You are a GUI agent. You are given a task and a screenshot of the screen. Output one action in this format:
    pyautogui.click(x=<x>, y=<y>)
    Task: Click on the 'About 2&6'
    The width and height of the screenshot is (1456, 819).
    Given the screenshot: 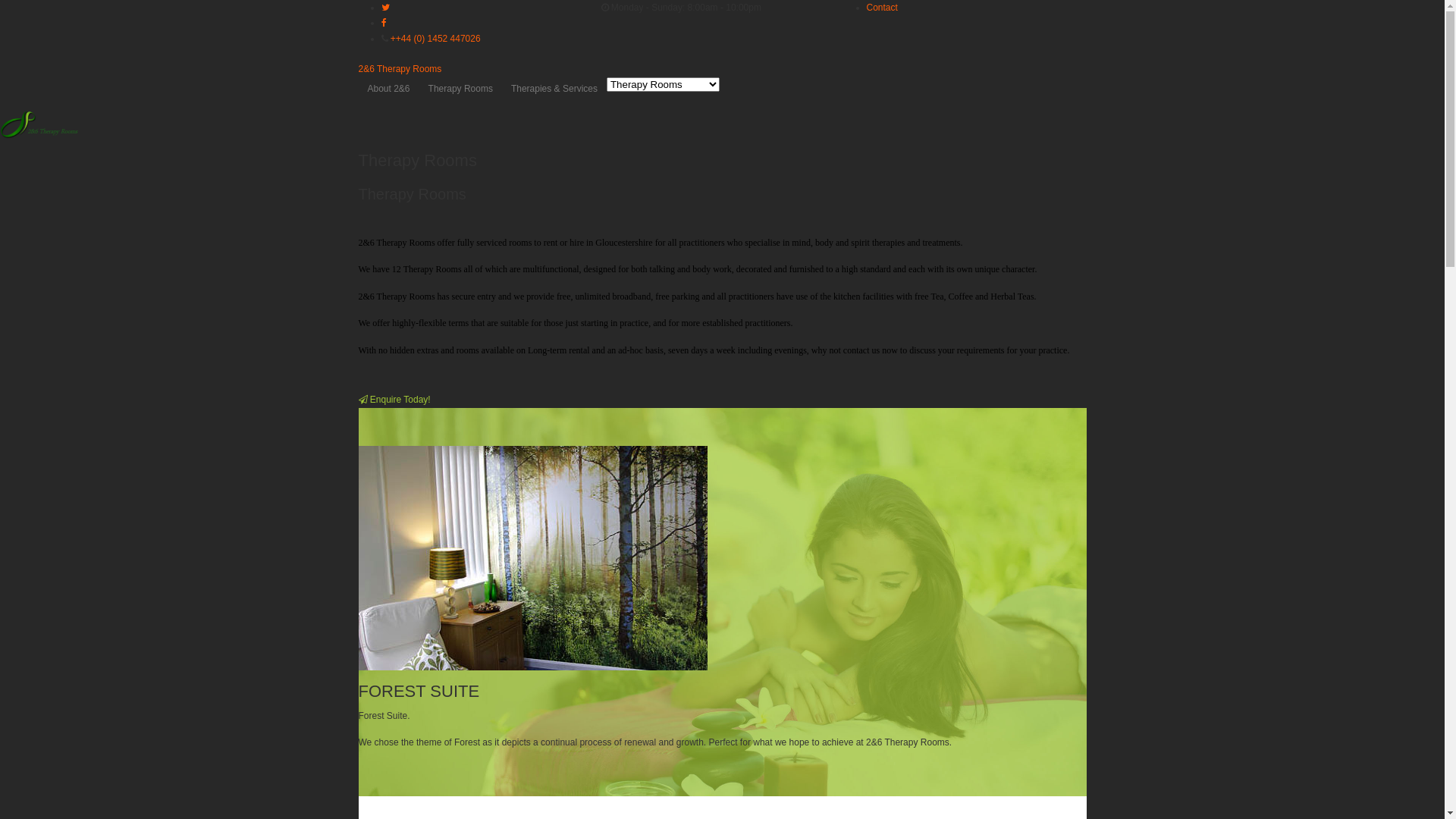 What is the action you would take?
    pyautogui.click(x=388, y=88)
    